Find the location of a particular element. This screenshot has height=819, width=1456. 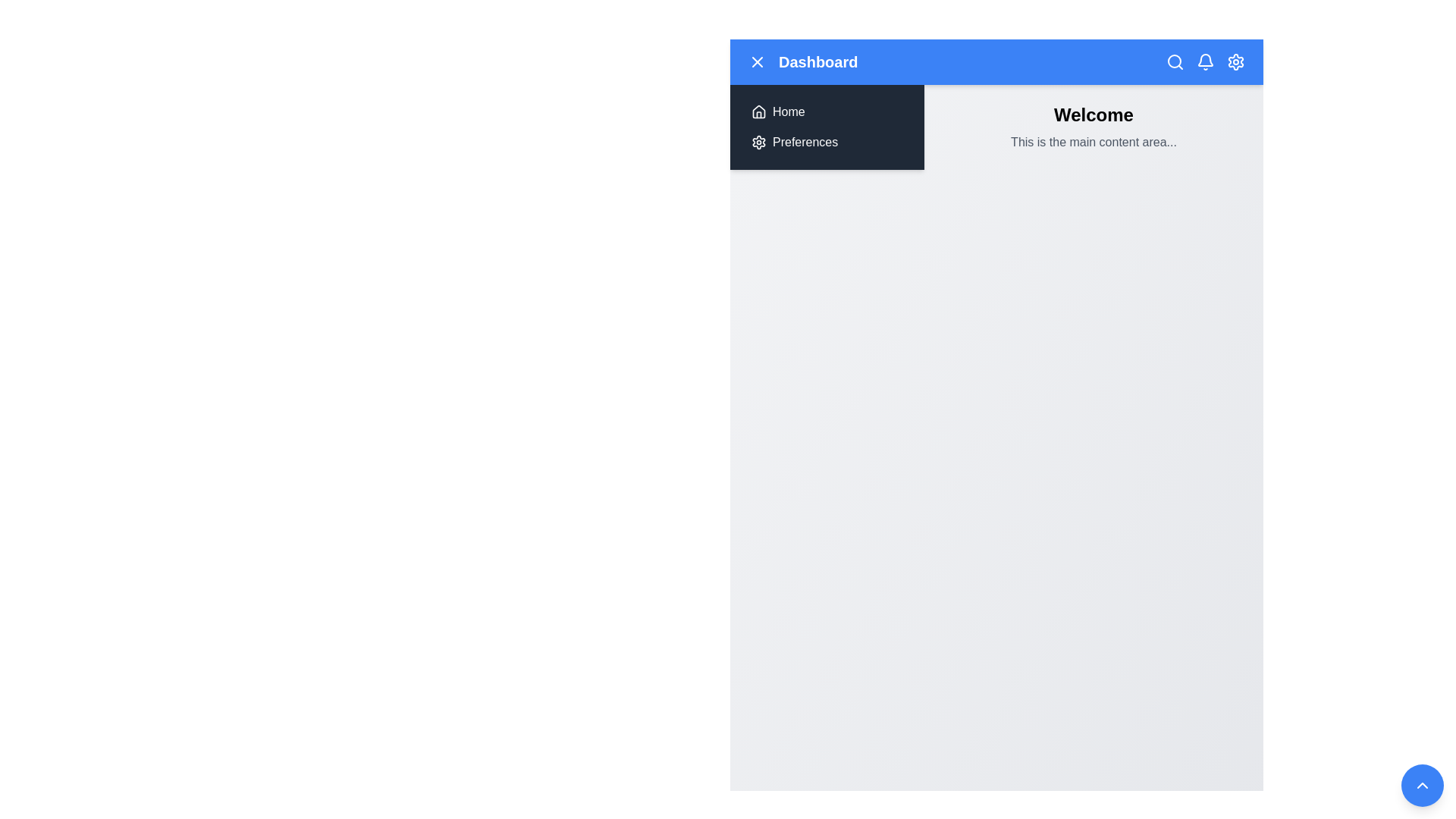

the 'Dashboard' Text Label located on the left side of the blue navigation bar, which serves as the title for the current page is located at coordinates (802, 61).